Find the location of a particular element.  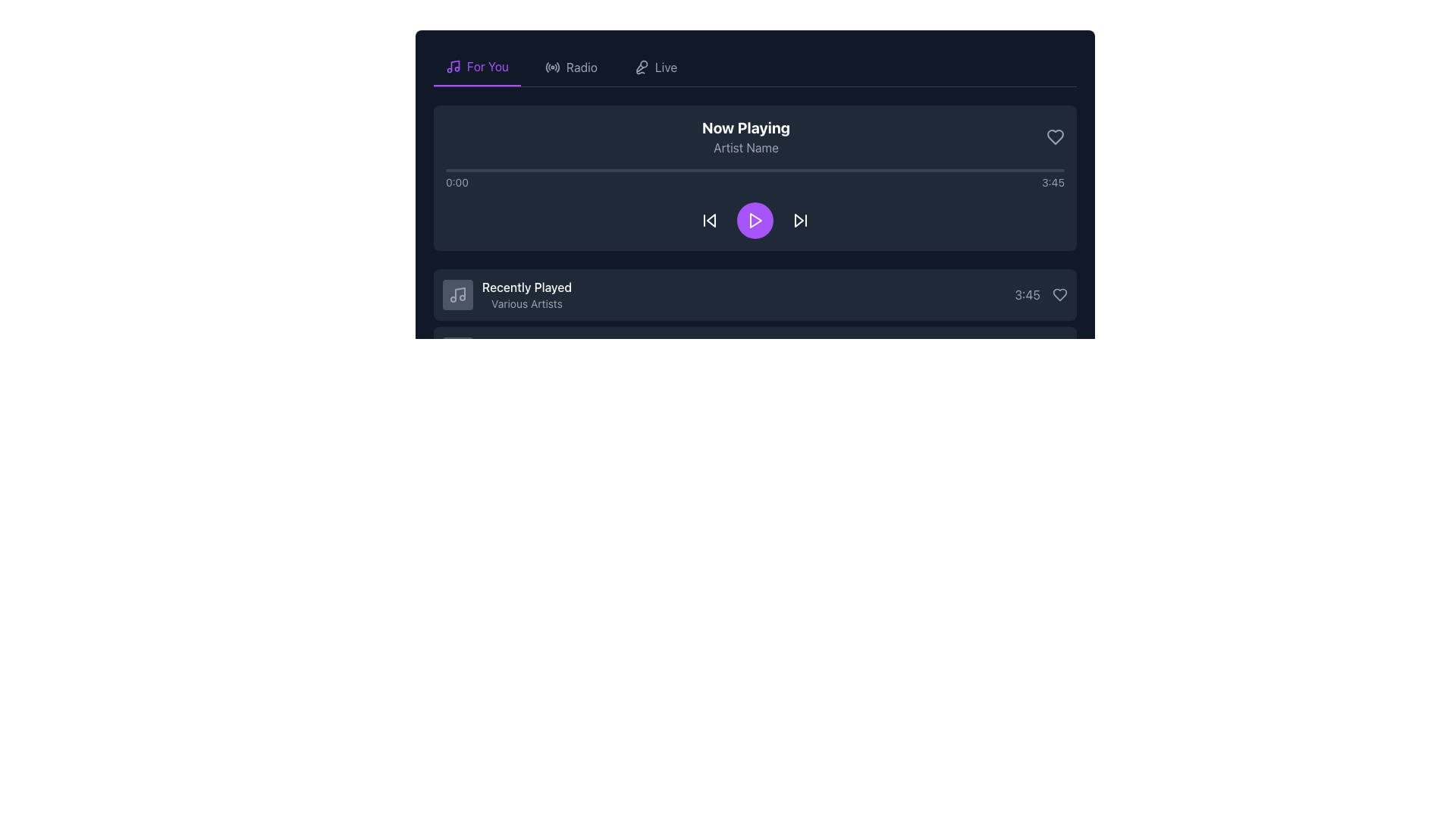

the small, square button with a dark gray background and a light gray musical note icon, located in the bottom-left section of the 'Recently Played' card is located at coordinates (457, 295).